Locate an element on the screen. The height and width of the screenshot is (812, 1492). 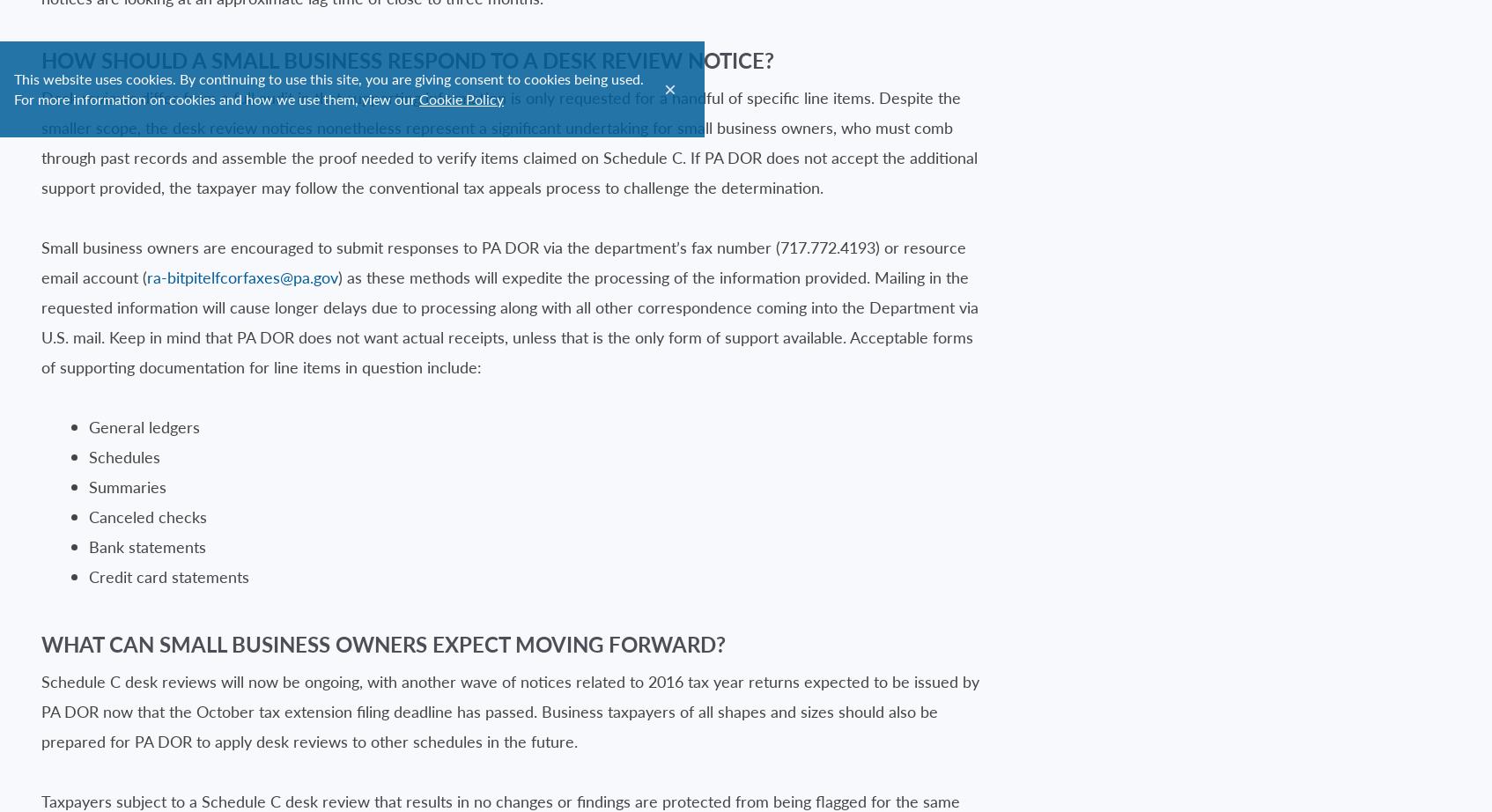
'Schedules' is located at coordinates (123, 455).